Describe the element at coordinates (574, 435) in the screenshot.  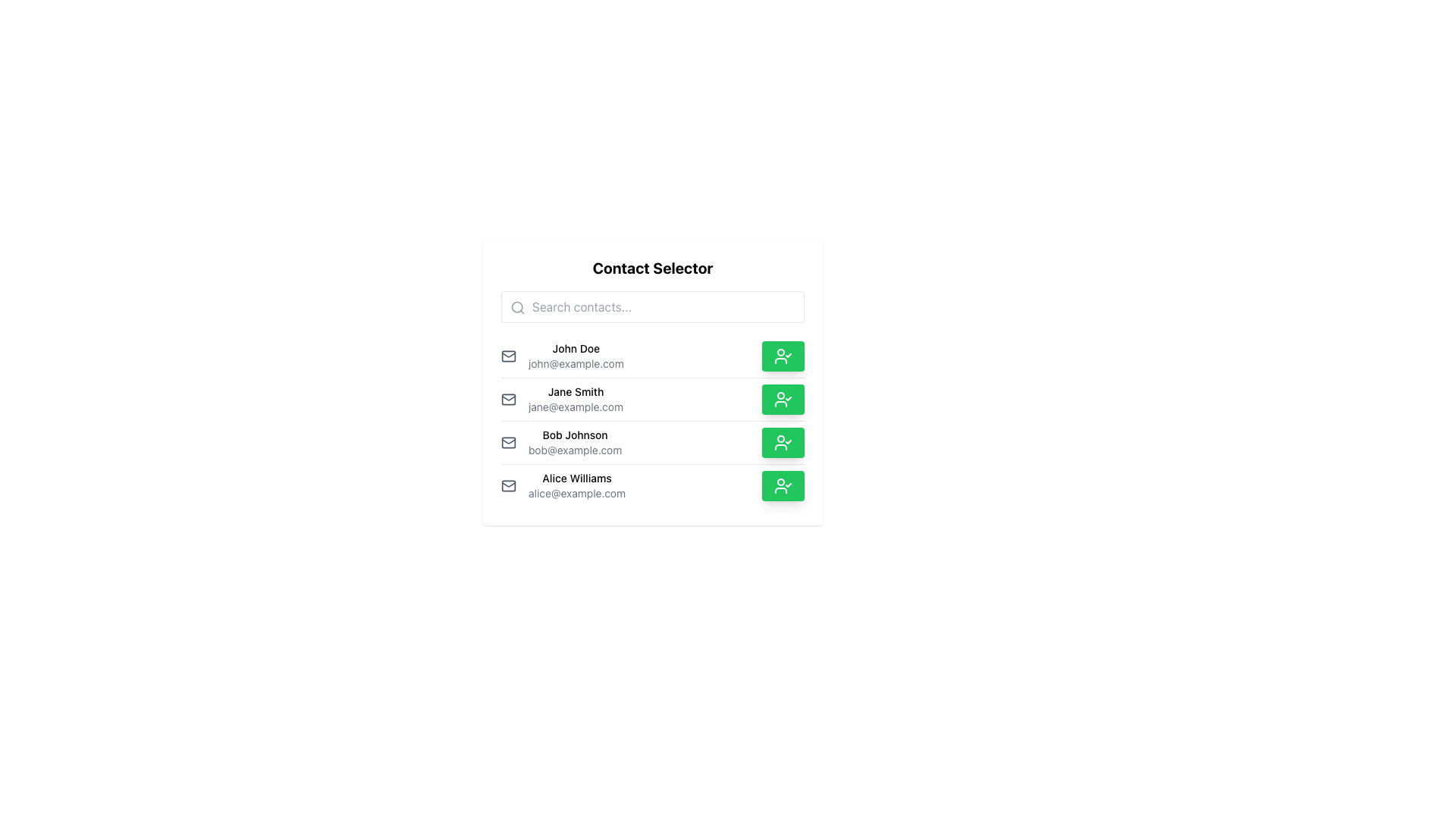
I see `the Static Text Label displaying 'Bob Johnson', which is located in the third row of the list, above the email address 'bob@example.com'` at that location.